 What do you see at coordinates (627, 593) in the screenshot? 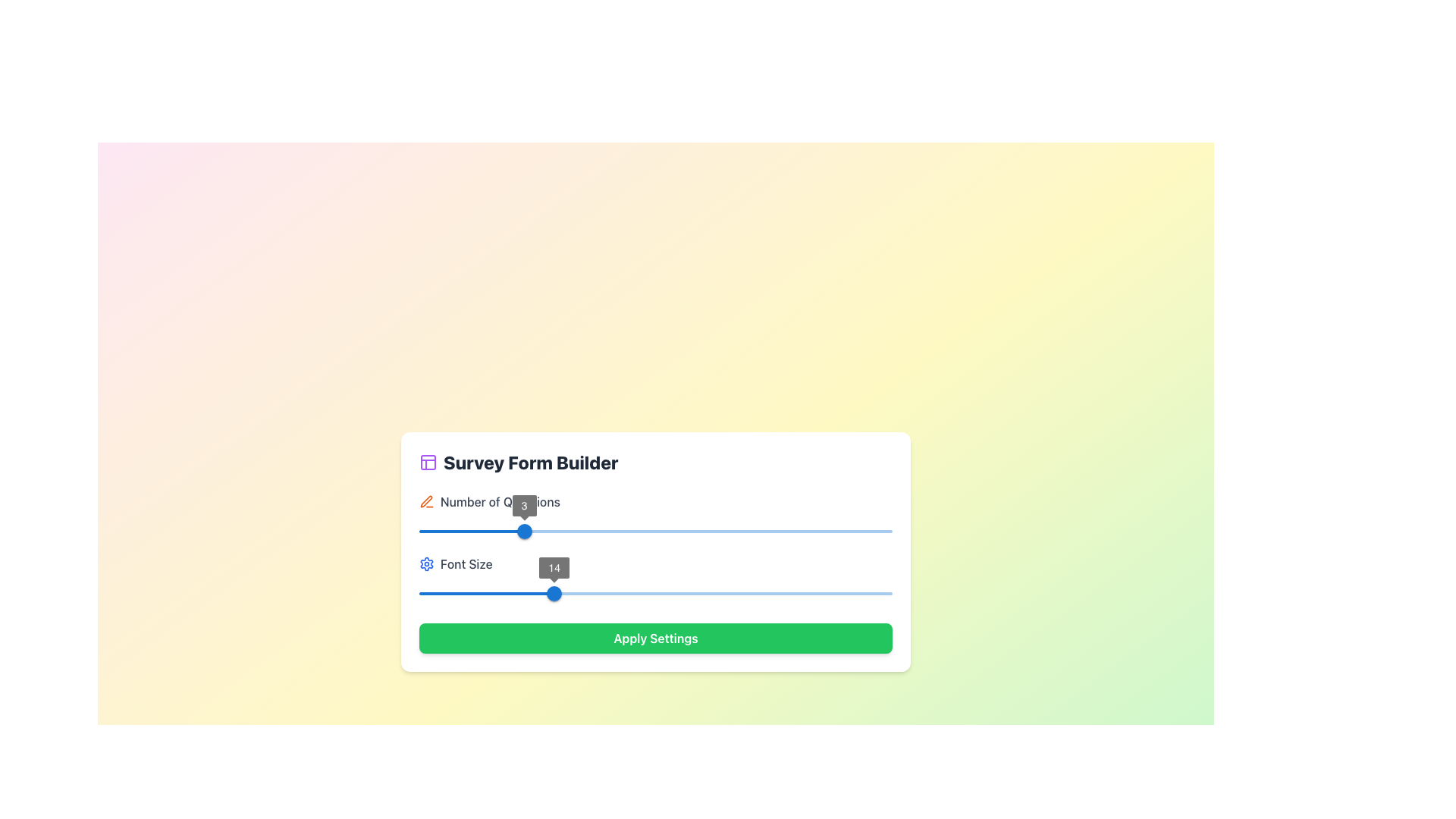
I see `the slider value` at bounding box center [627, 593].